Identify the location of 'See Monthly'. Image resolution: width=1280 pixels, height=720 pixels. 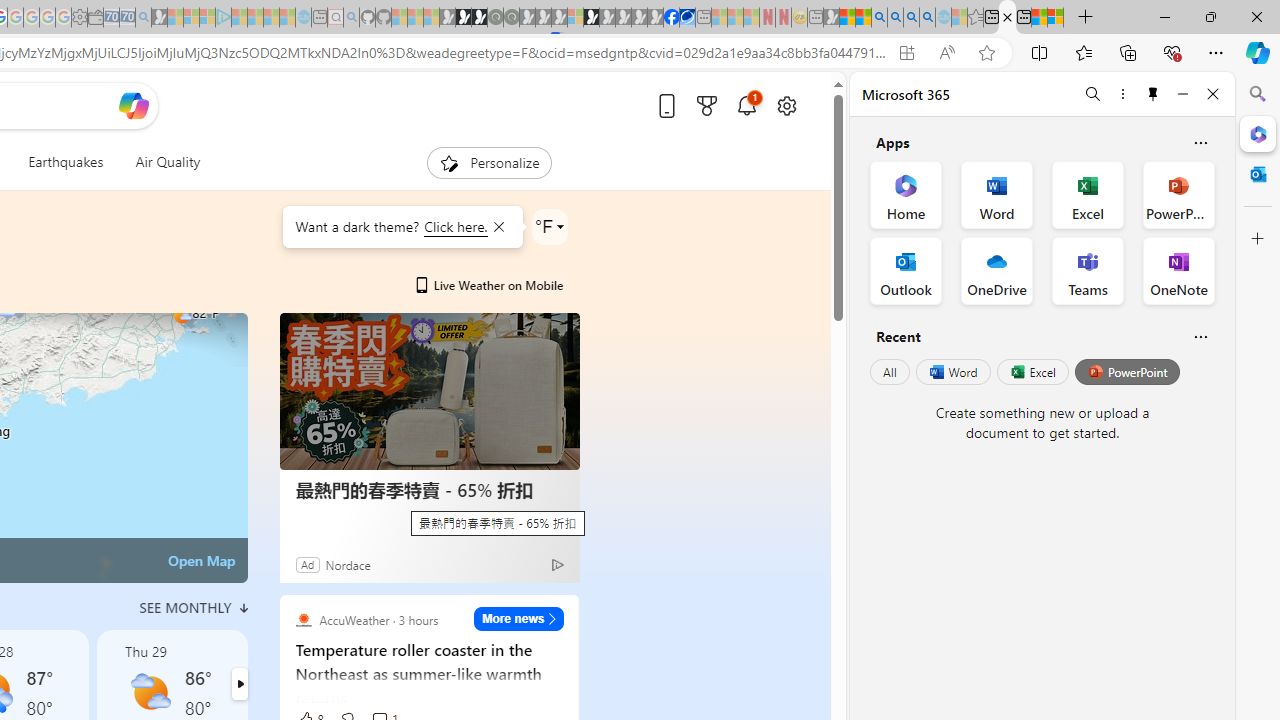
(193, 607).